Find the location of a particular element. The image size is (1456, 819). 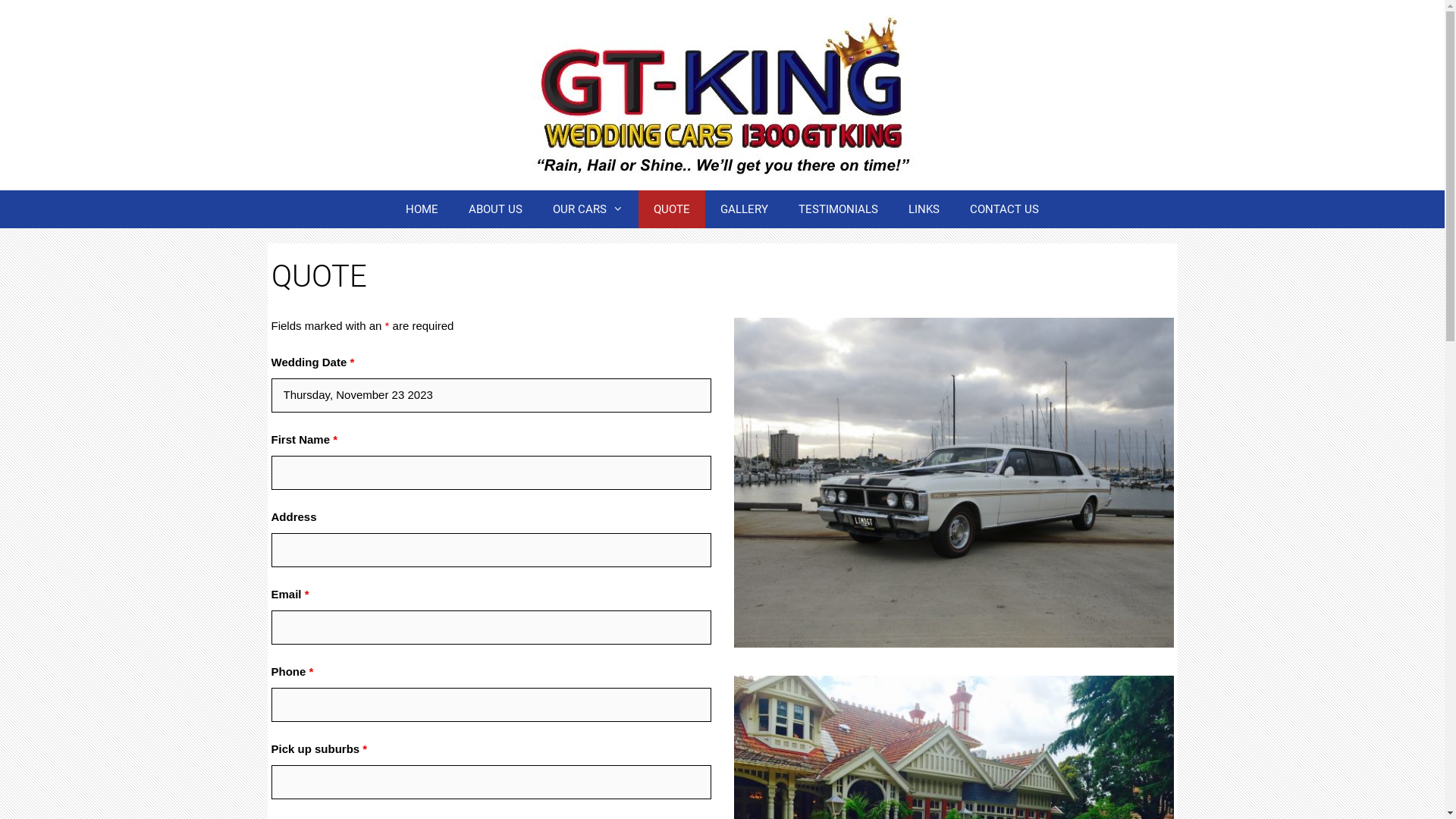

'GT KING Wedding Cars and Limo Hire' is located at coordinates (721, 93).